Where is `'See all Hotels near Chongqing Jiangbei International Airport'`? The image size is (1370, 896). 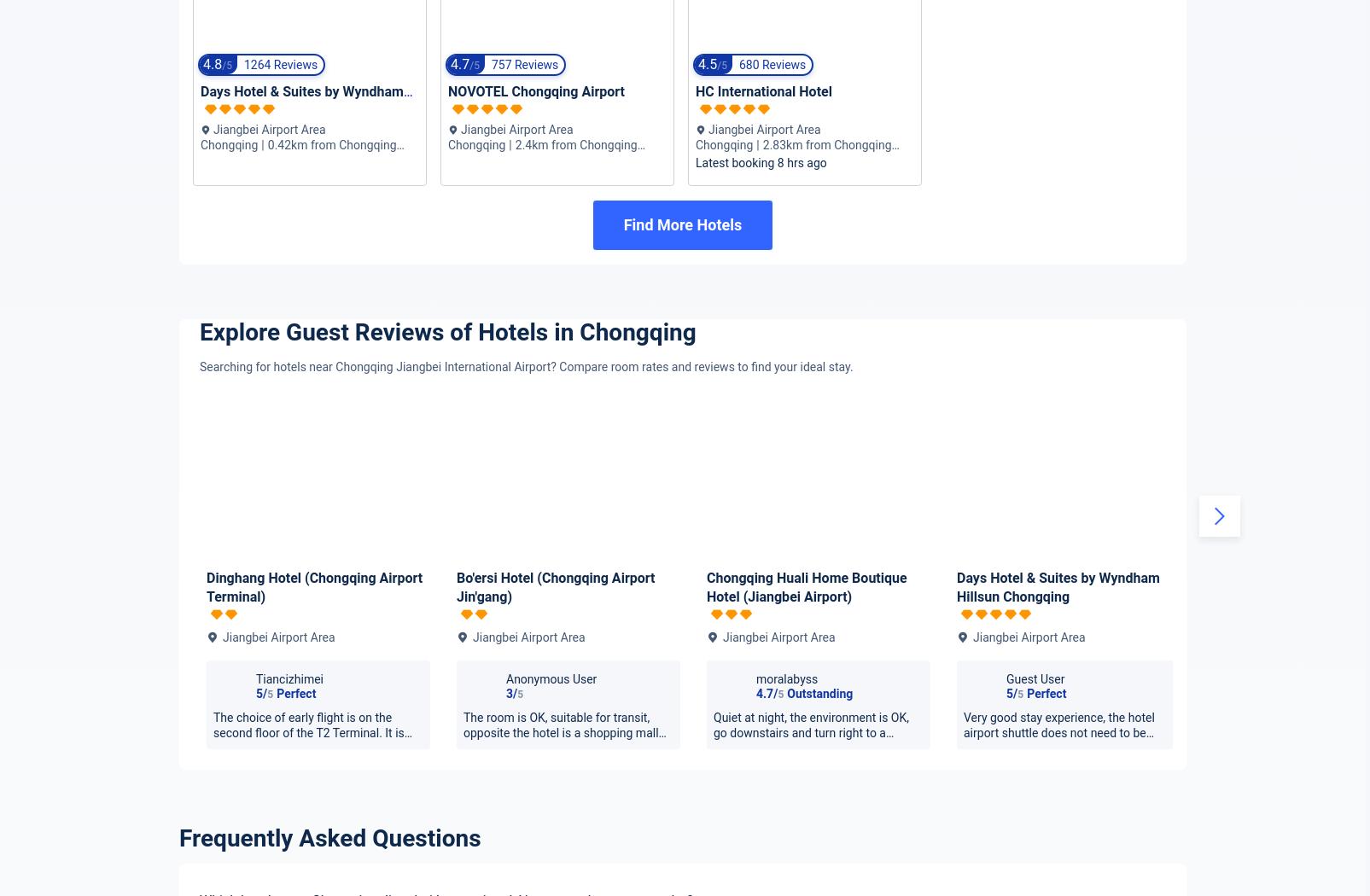
'See all Hotels near Chongqing Jiangbei International Airport' is located at coordinates (807, 878).